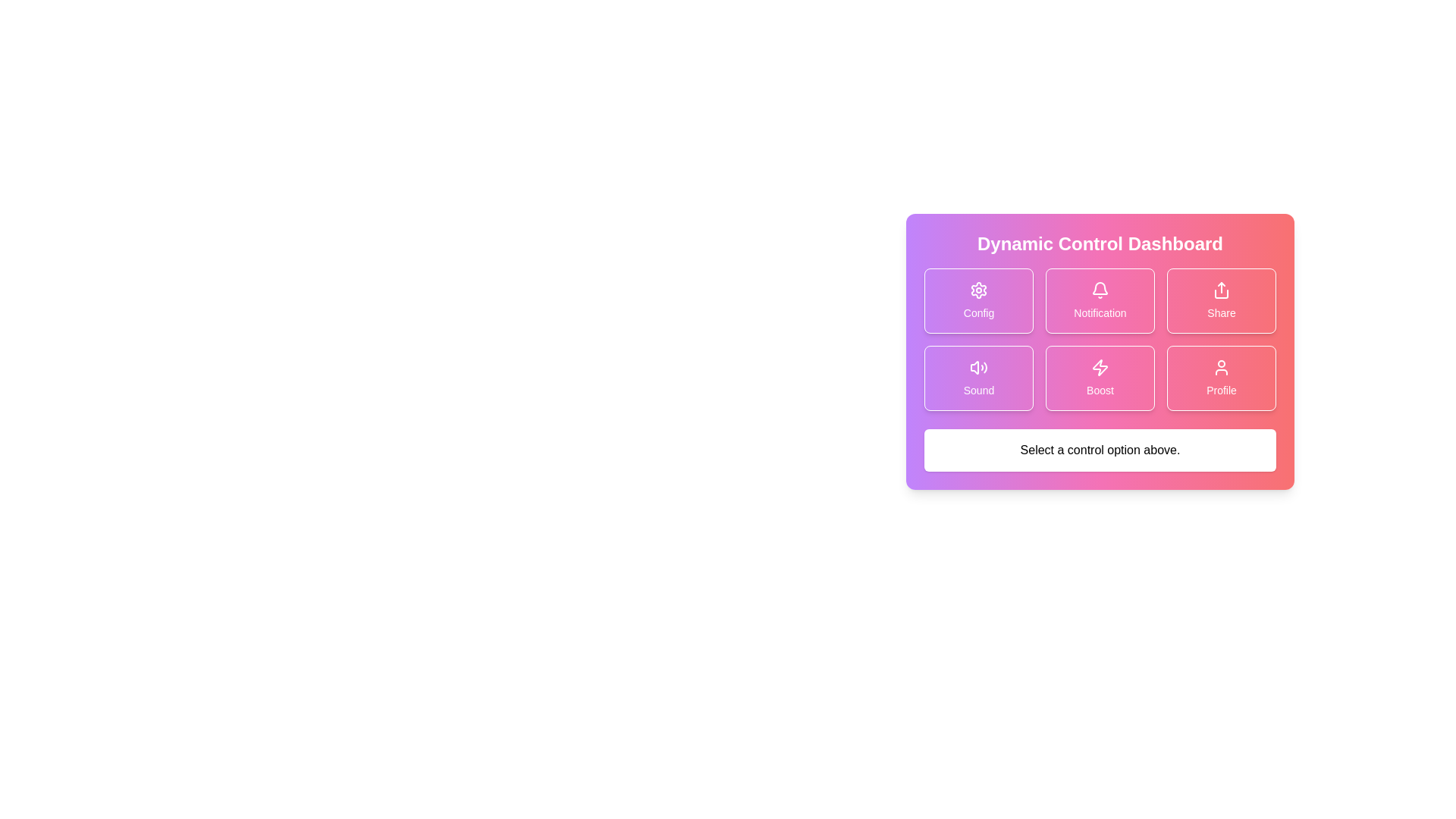 This screenshot has width=1456, height=819. I want to click on the cogwheel icon located within the 'Config' button at the top left of the grid in the 'Dynamic Control Dashboard', so click(979, 290).